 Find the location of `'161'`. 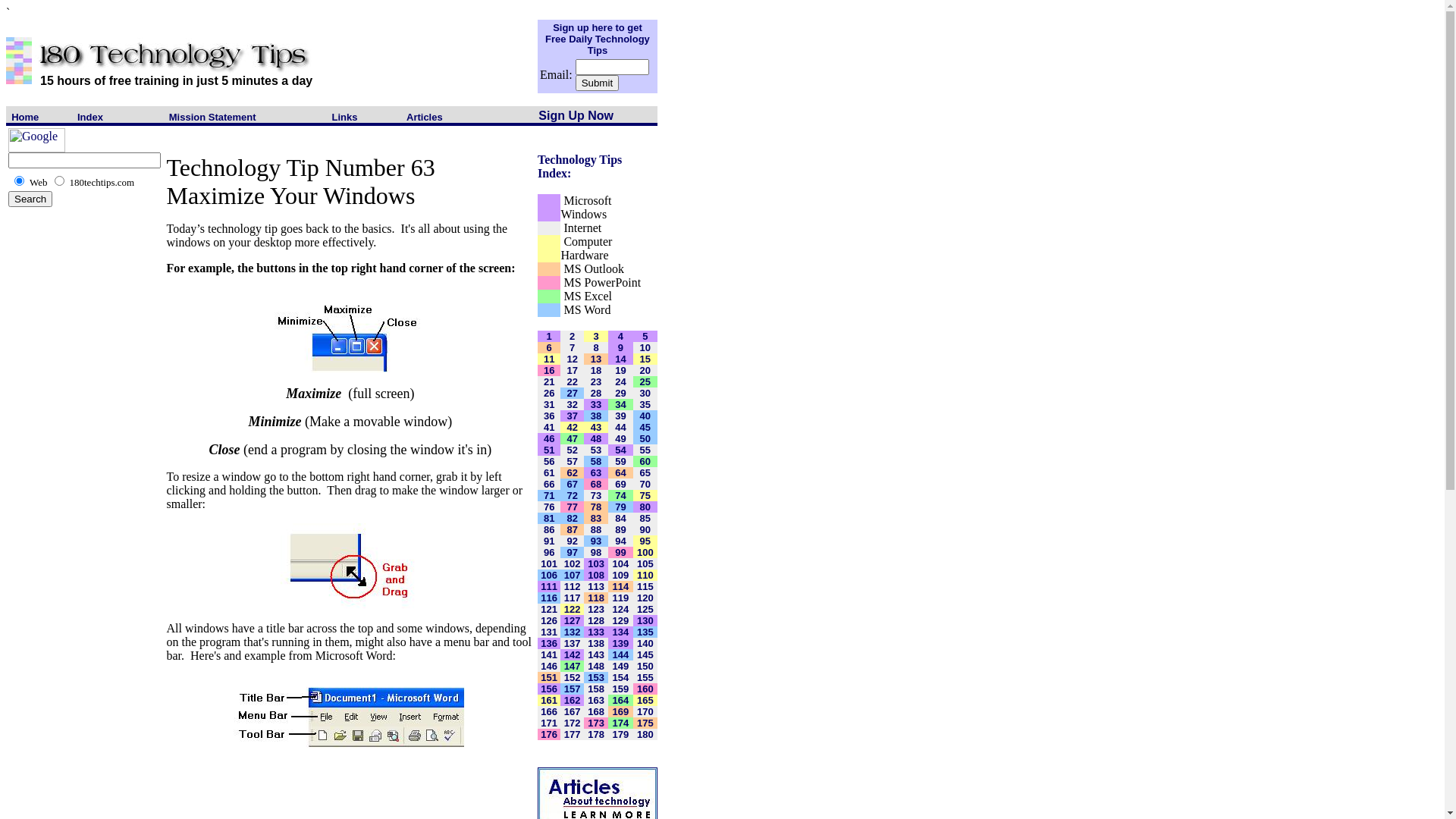

'161' is located at coordinates (548, 699).